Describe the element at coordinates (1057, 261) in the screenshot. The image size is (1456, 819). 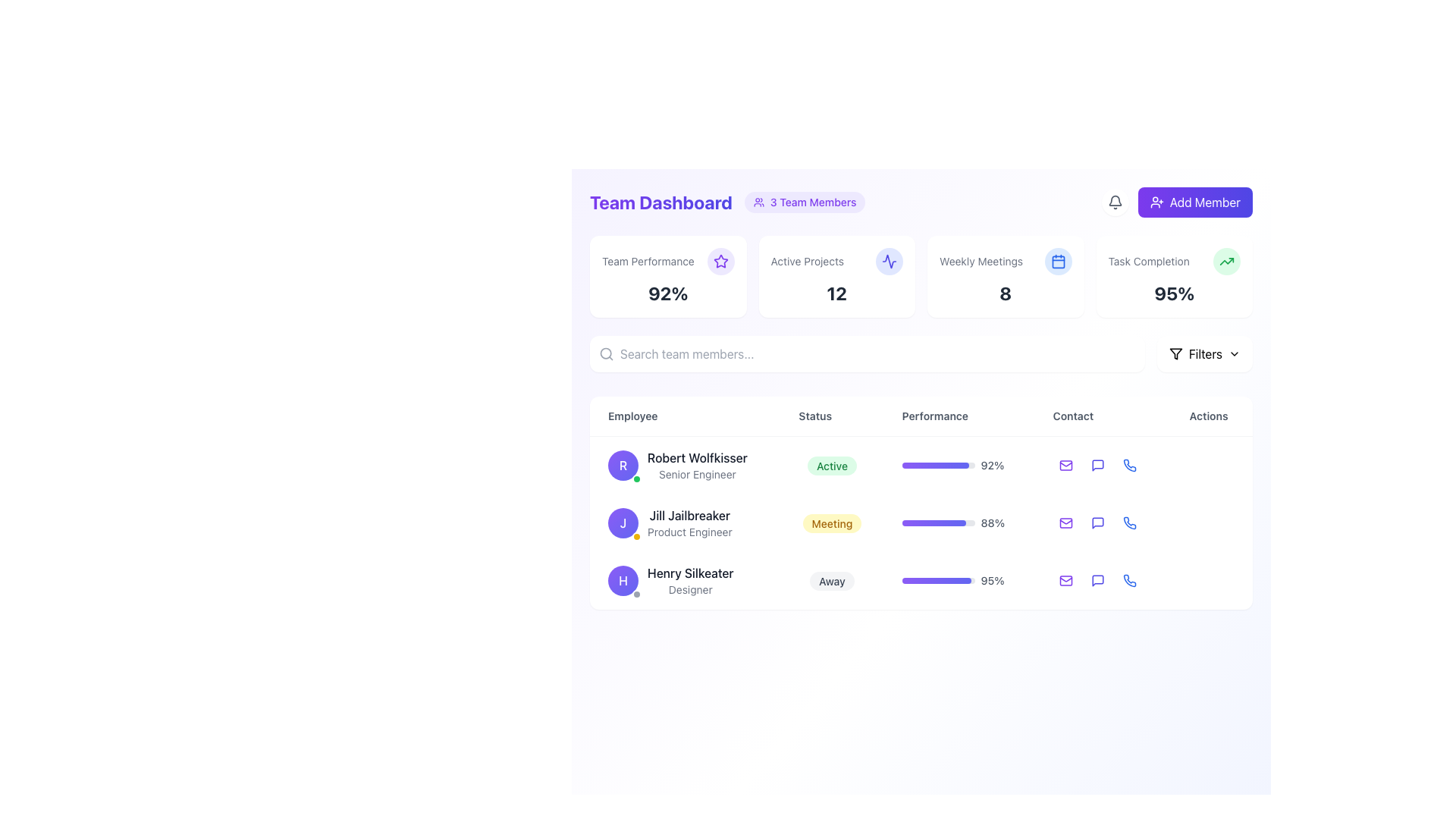
I see `the small rectangle with rounded corners and a light blue background located within the calendar icon in the 'Weekly Meetings' card in the dashboard layout` at that location.